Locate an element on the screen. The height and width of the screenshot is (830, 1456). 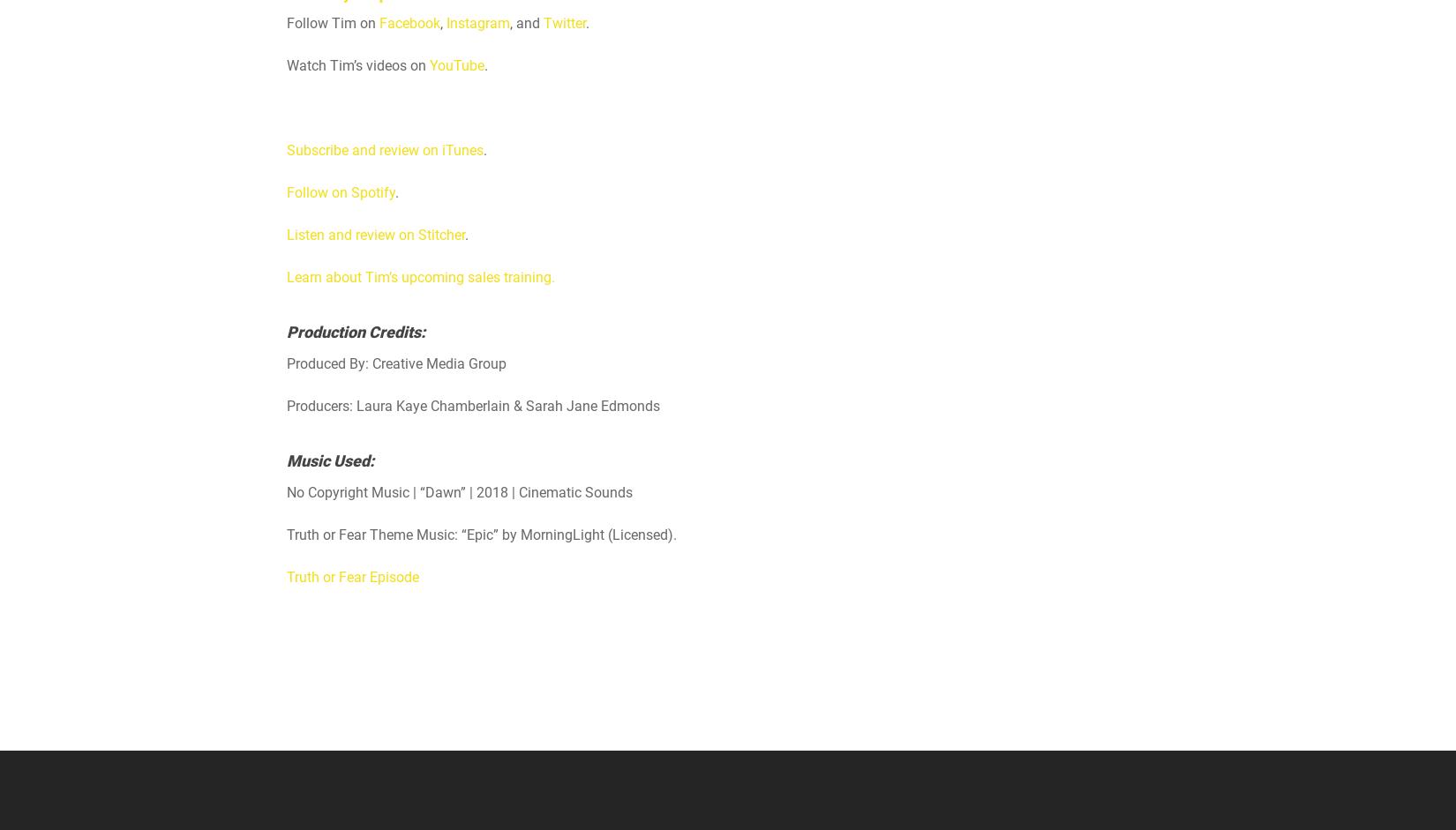
'Produced By: Creative Media Group' is located at coordinates (395, 363).